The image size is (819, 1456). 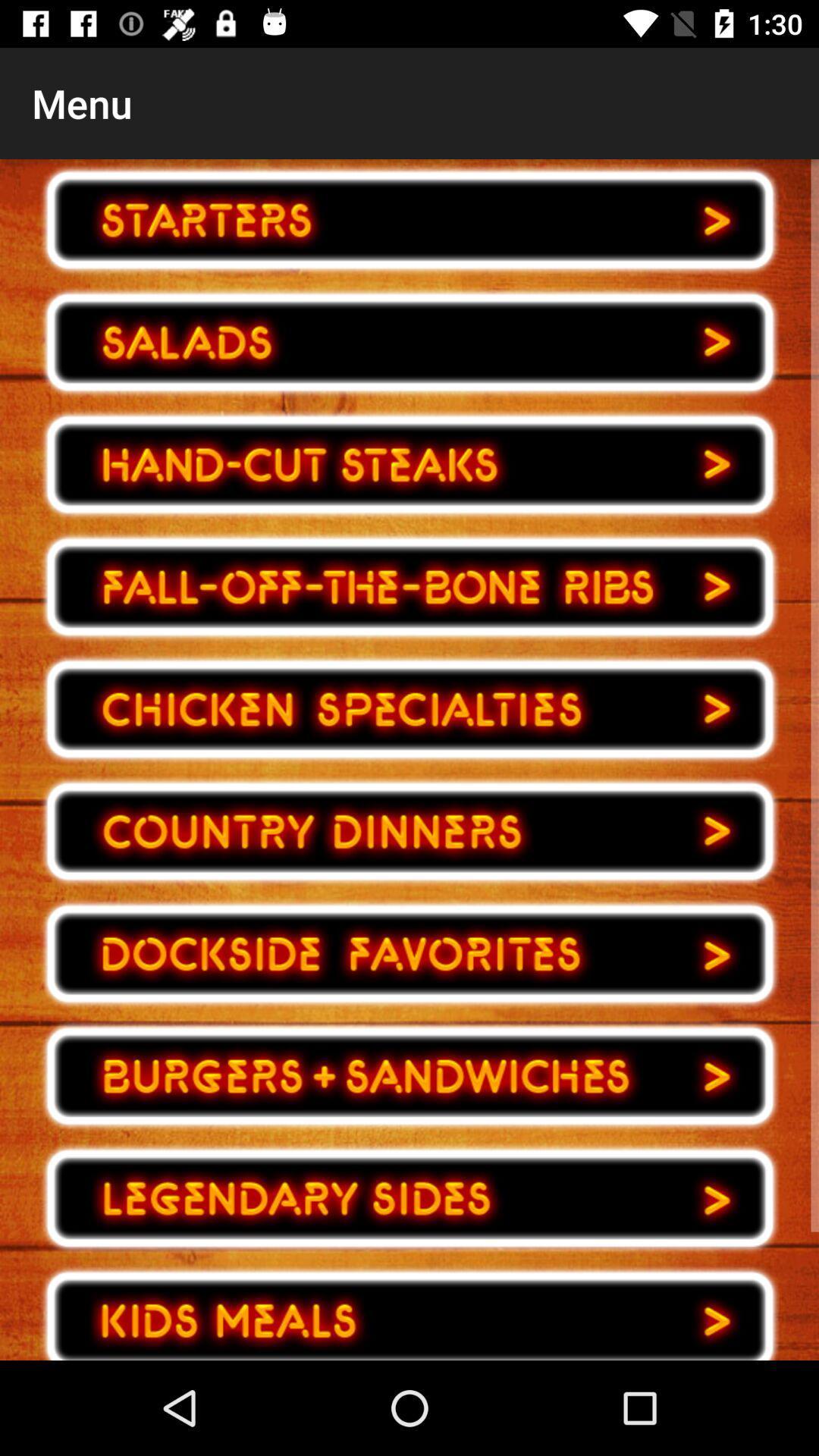 What do you see at coordinates (409, 830) in the screenshot?
I see `menu bar` at bounding box center [409, 830].